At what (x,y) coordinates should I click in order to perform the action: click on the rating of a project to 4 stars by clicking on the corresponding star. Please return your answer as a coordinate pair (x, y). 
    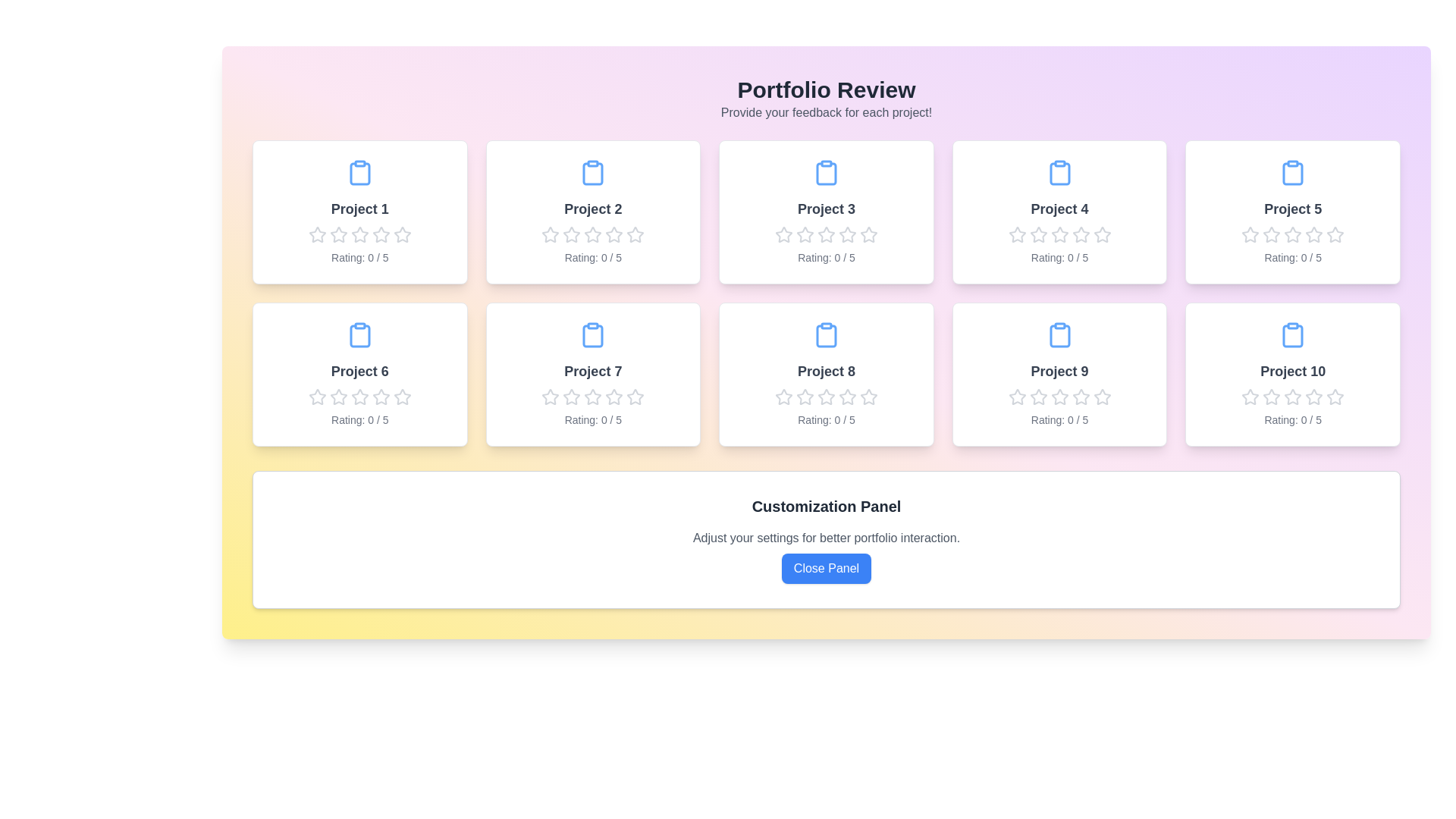
    Looking at the image, I should click on (381, 234).